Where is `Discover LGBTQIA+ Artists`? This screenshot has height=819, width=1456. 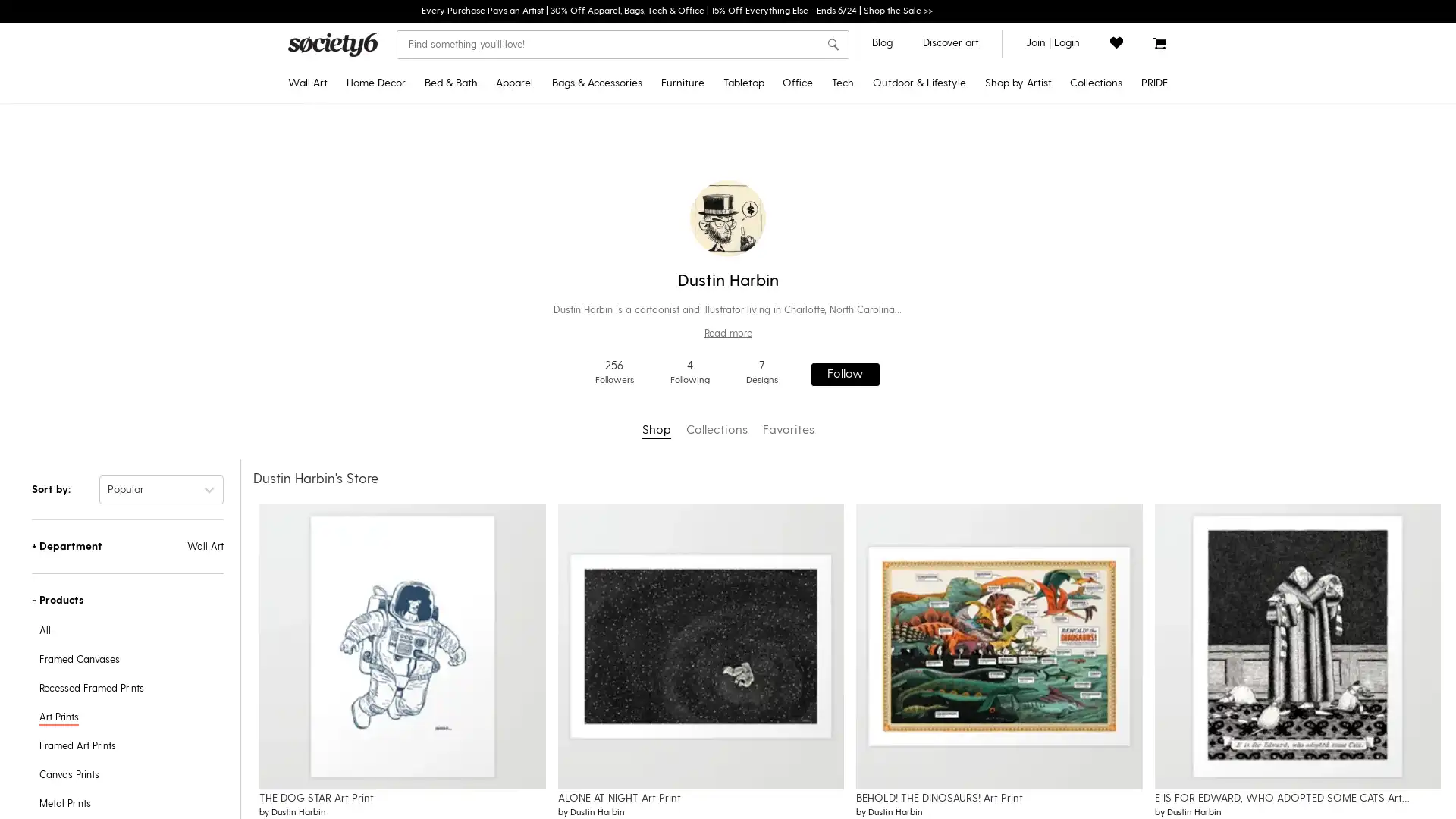
Discover LGBTQIA+ Artists is located at coordinates (1094, 146).